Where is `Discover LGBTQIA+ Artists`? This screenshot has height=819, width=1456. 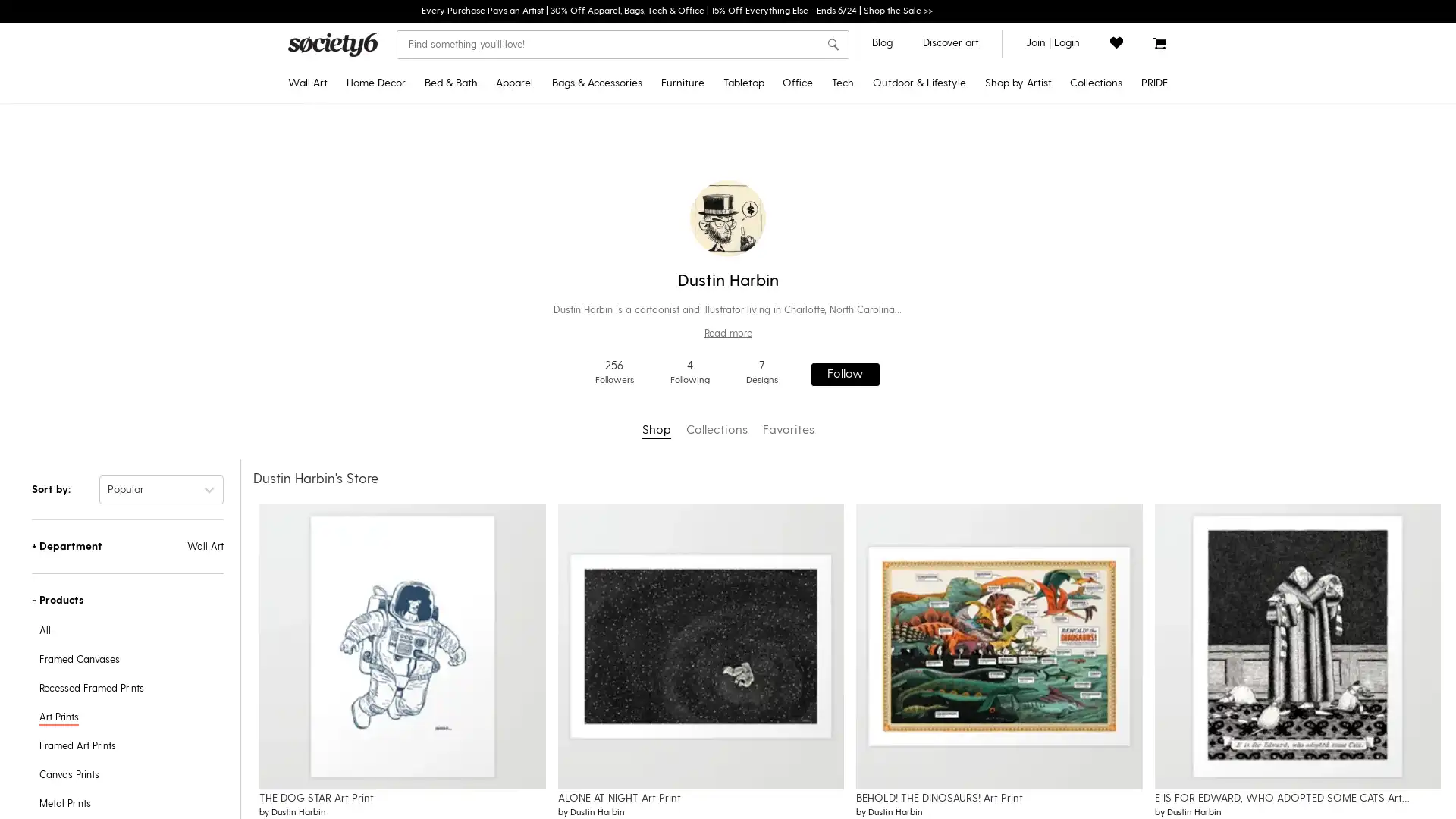
Discover LGBTQIA+ Artists is located at coordinates (1094, 146).